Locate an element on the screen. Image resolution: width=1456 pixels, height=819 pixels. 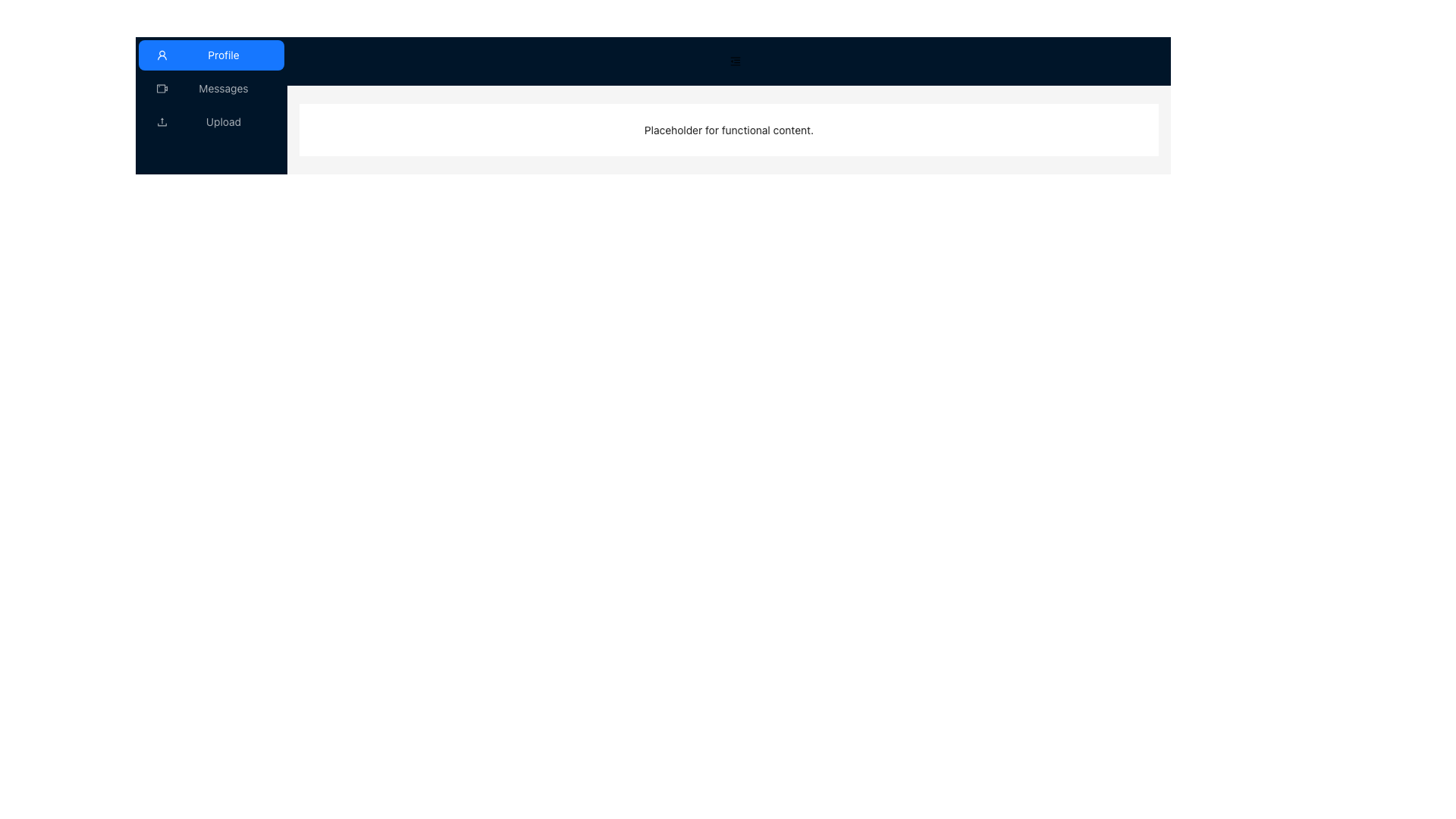
the 'Messages' menu item, which is the second item is located at coordinates (210, 88).